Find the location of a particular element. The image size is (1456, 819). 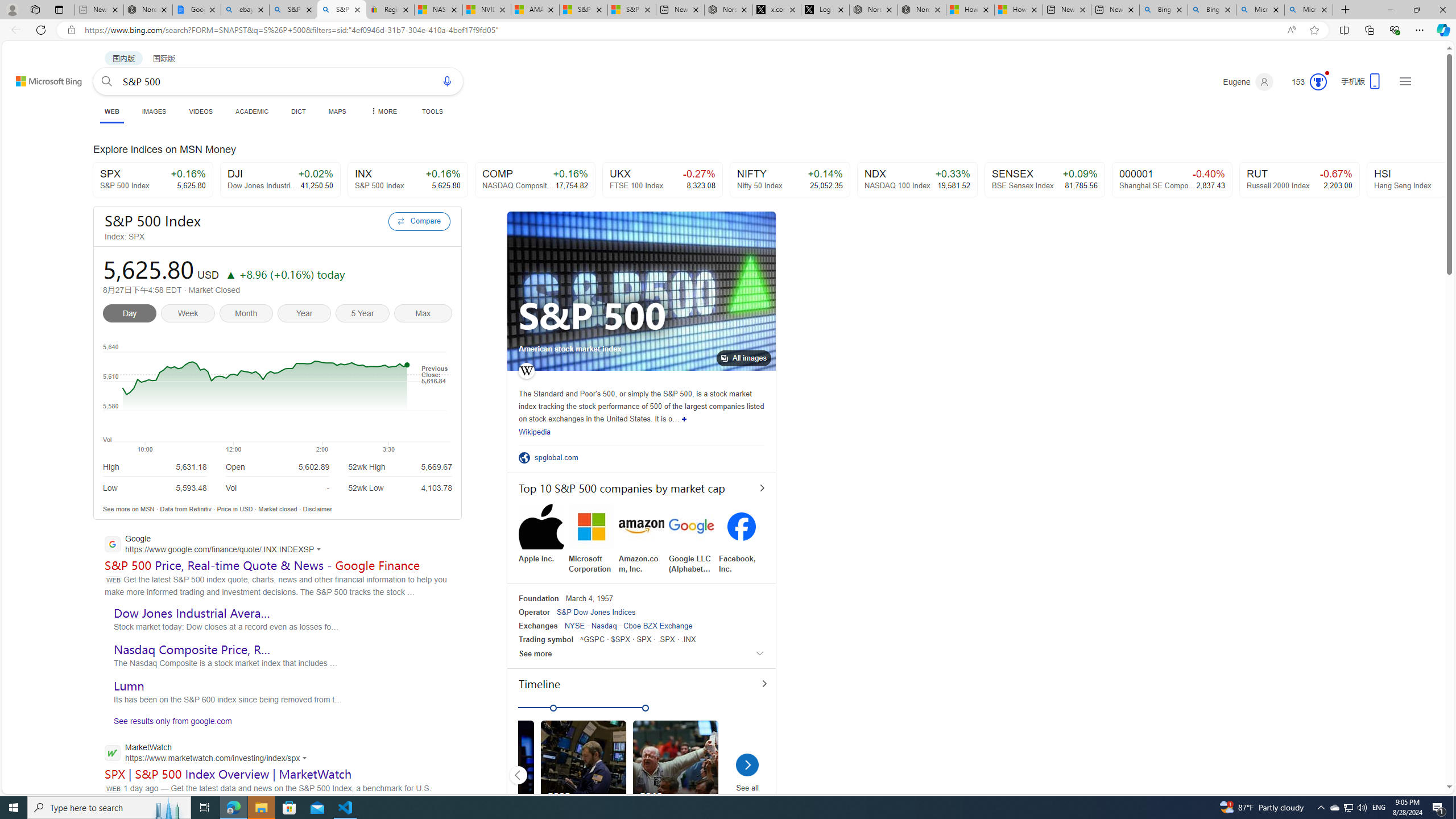

'Lumn' is located at coordinates (128, 686).